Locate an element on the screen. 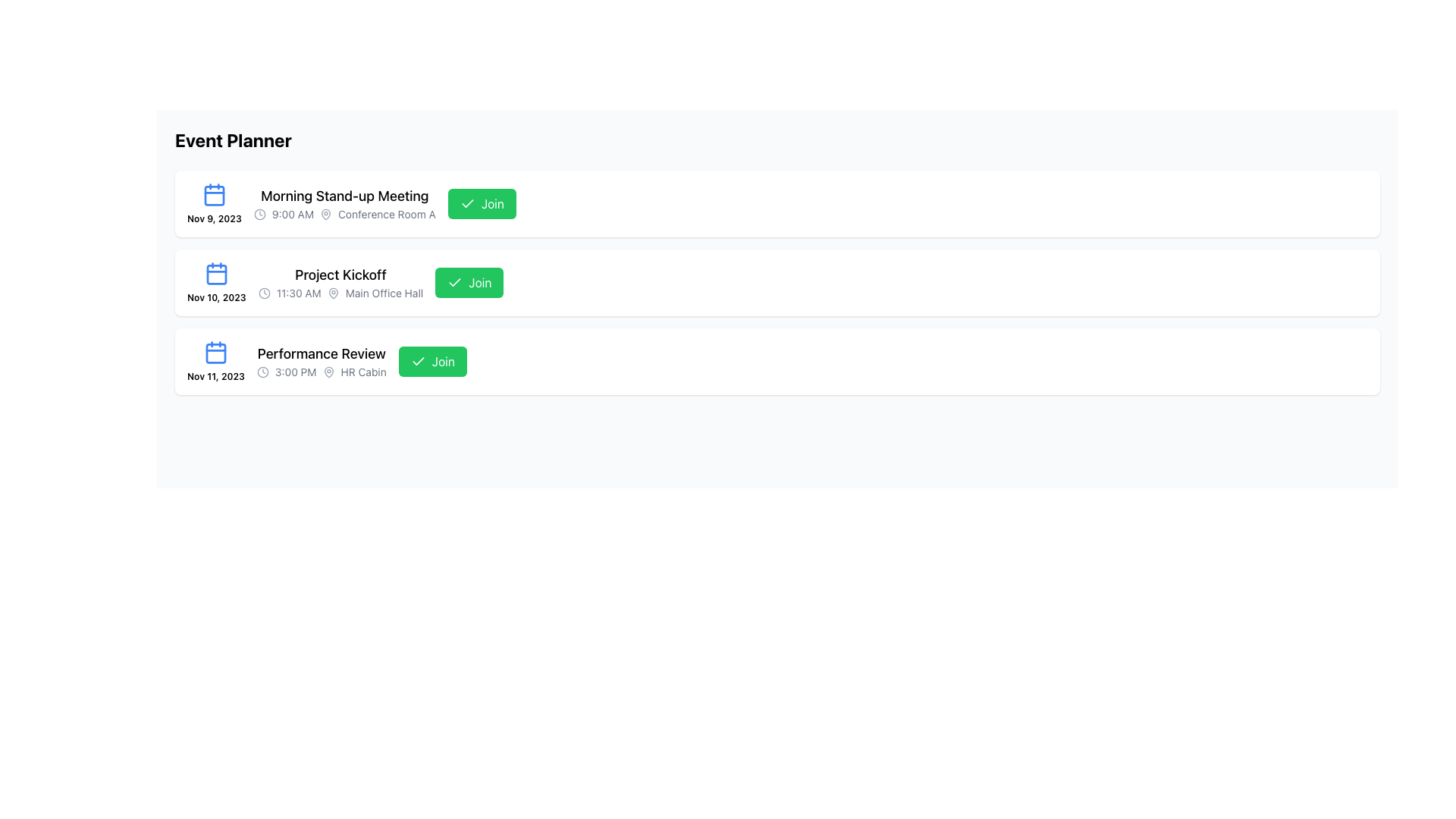 This screenshot has width=1456, height=819. displayed time from the text label showing '9:00 AM', which is located near the middle-left of the UI section, next to the 'Morning Stand-up Meeting' title is located at coordinates (293, 214).